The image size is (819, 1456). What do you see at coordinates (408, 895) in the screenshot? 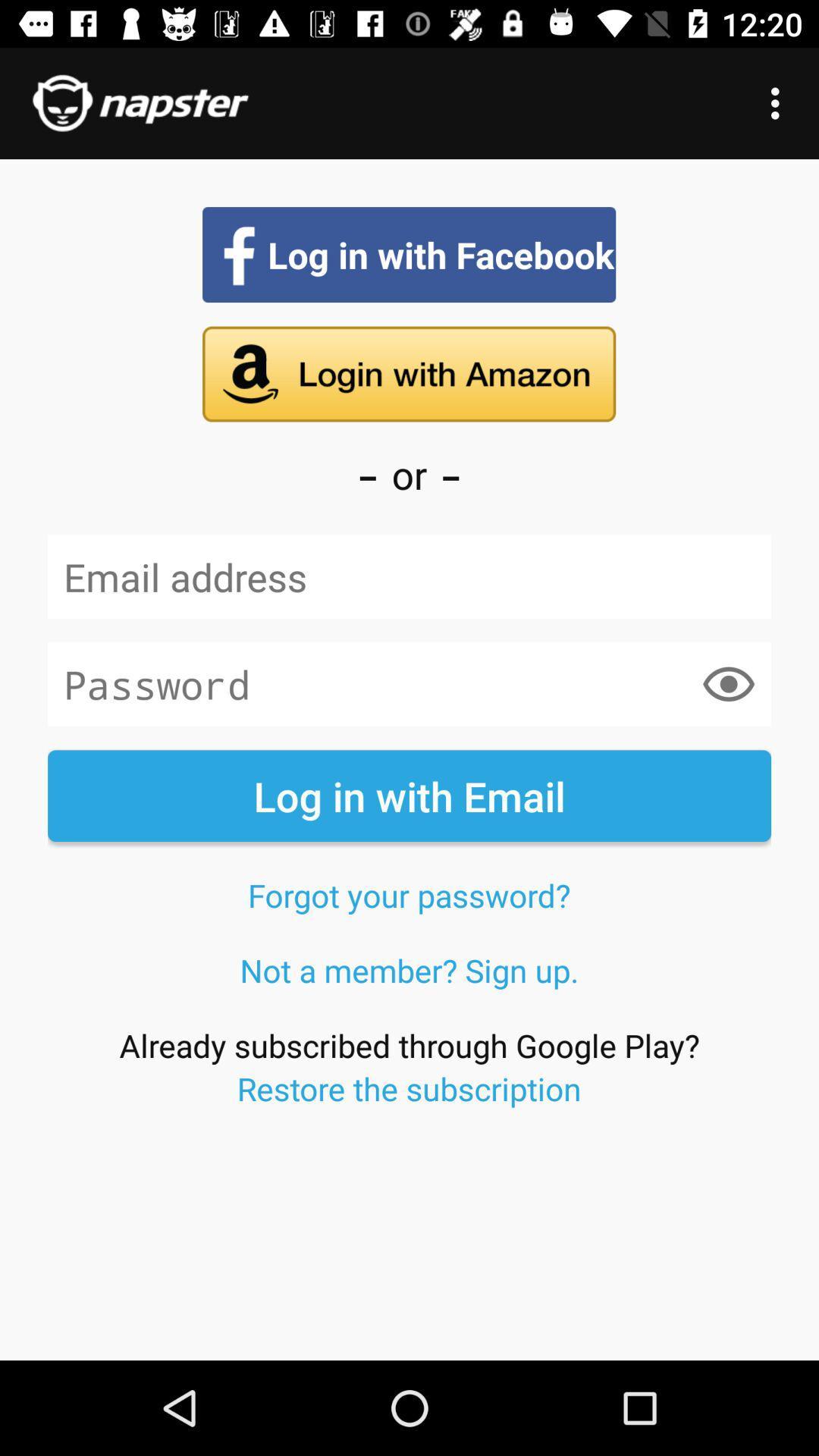
I see `icon below the log in with item` at bounding box center [408, 895].